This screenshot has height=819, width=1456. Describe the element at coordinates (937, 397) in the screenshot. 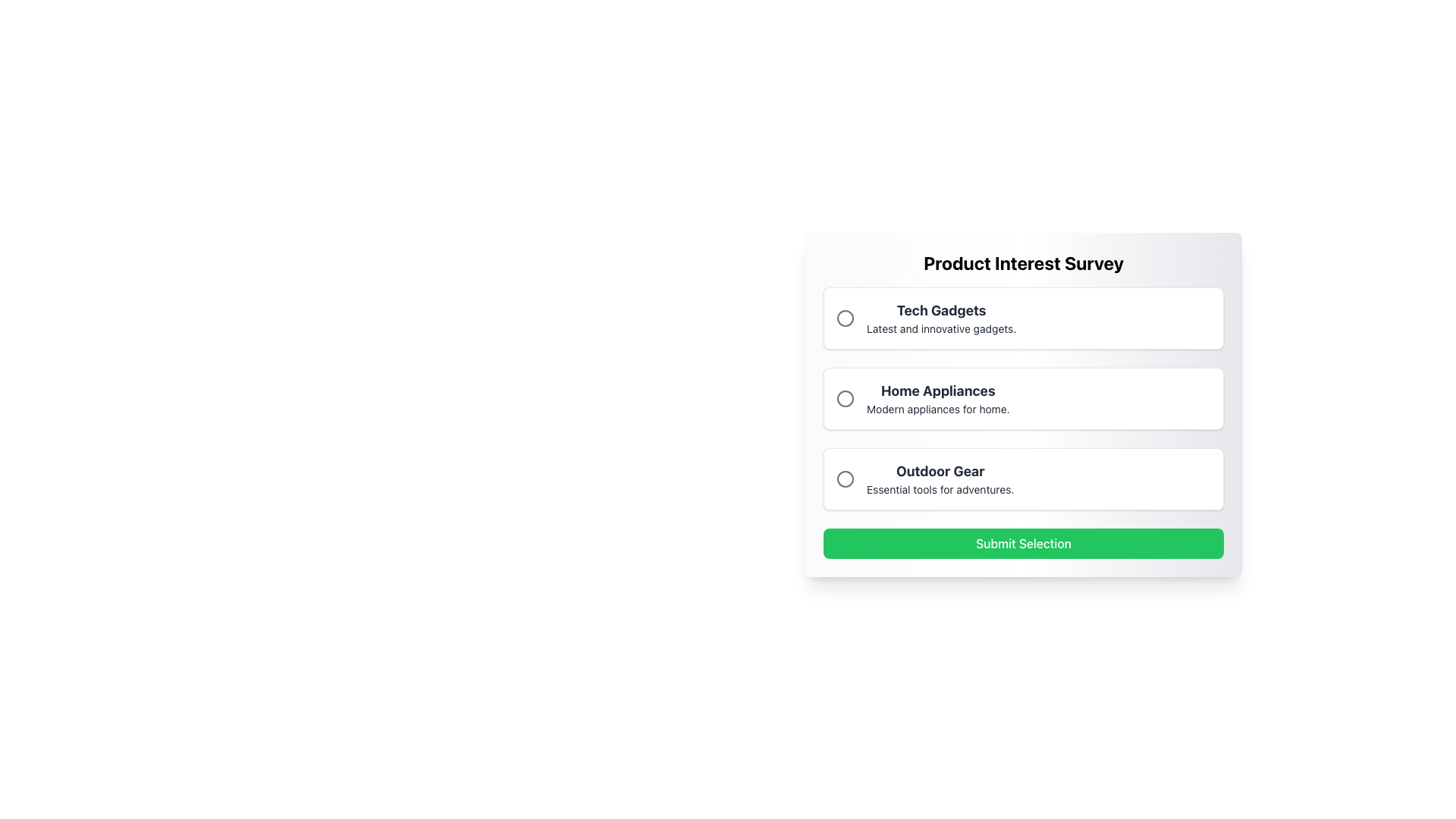

I see `the 'Home Appliances' text label, which is the second card in a vertical list, containing a bold heading and a subheading in smaller text` at that location.